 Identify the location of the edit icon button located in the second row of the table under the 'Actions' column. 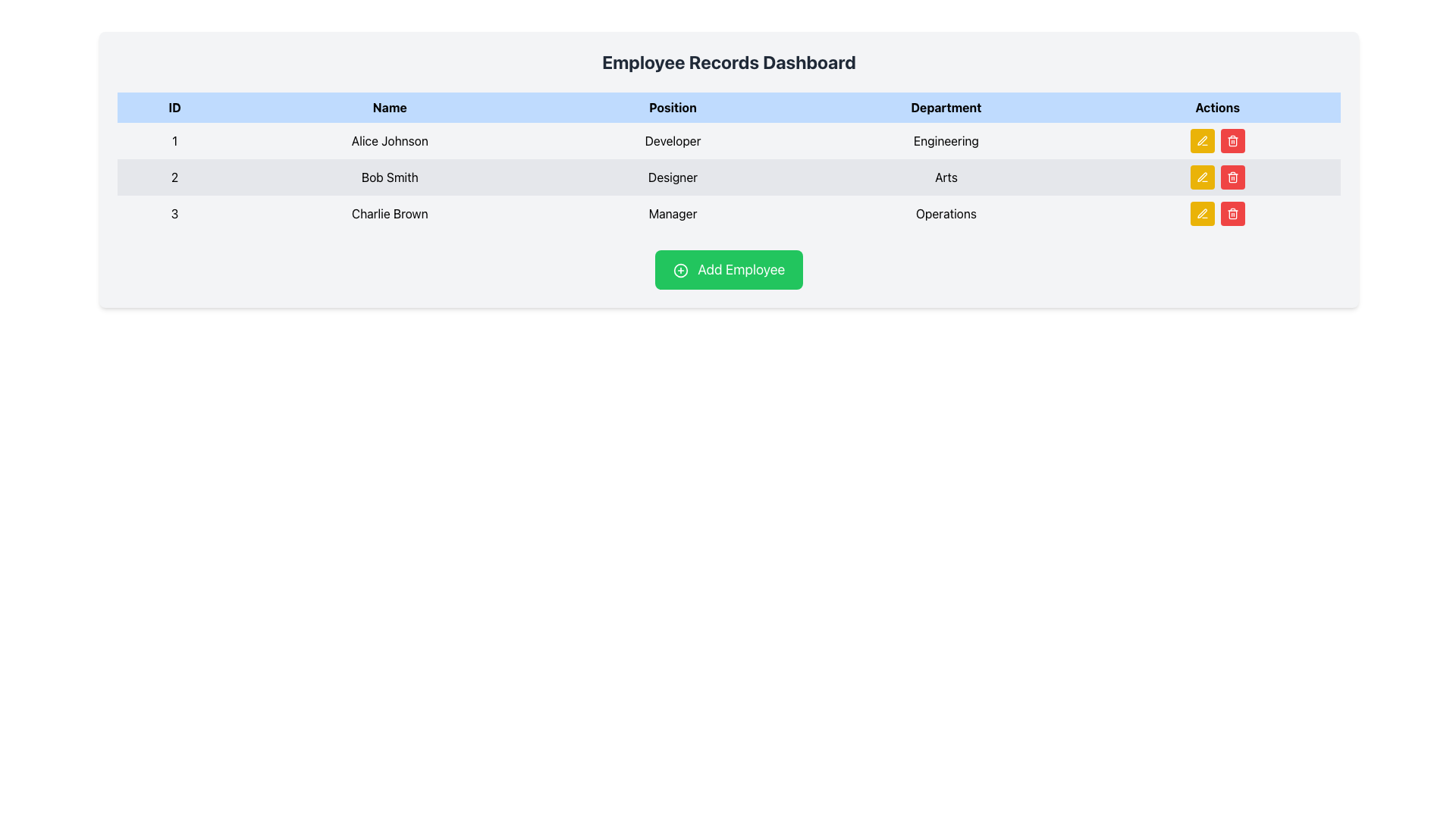
(1201, 140).